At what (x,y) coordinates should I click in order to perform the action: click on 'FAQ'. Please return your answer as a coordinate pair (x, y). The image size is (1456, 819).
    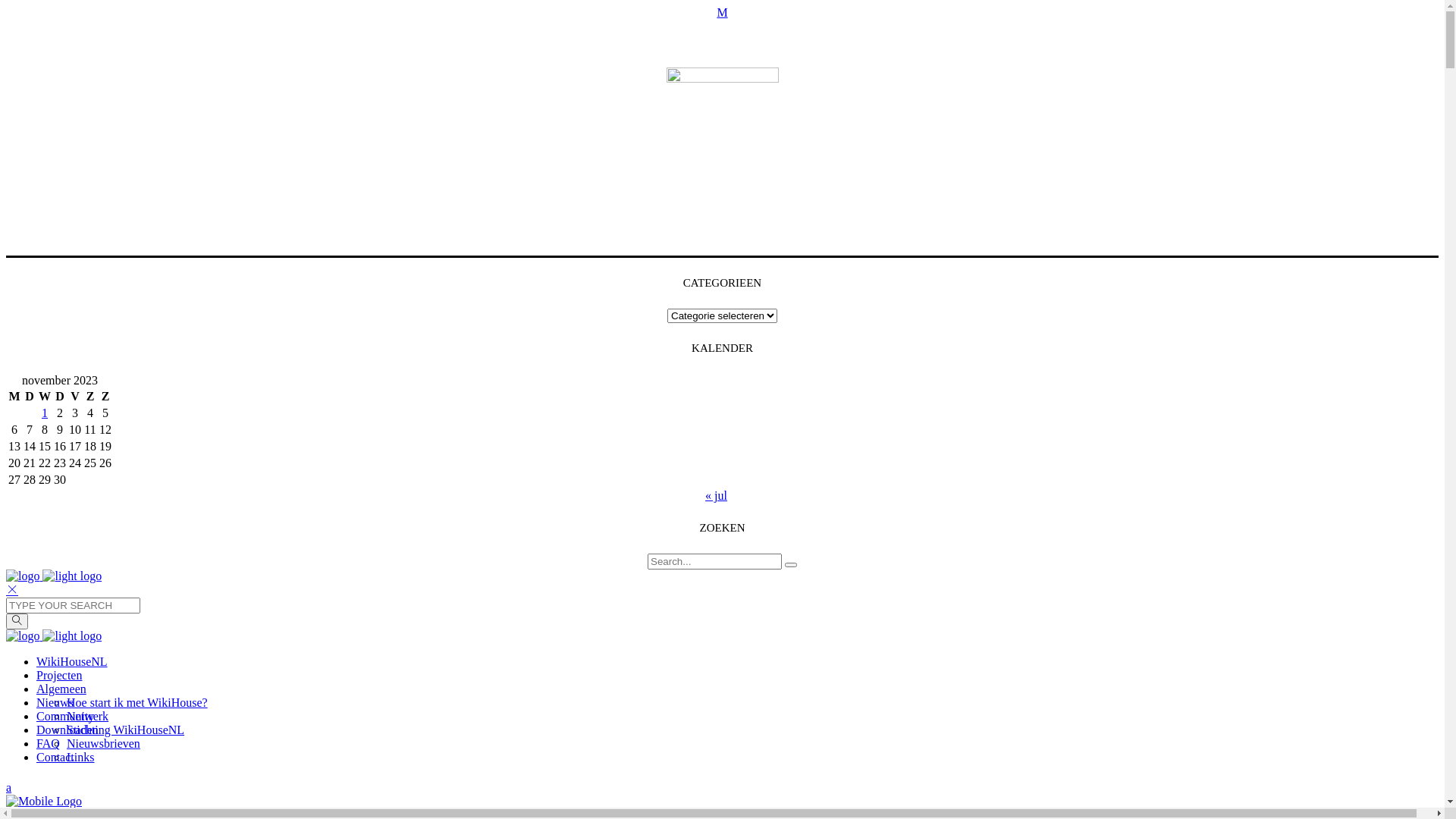
    Looking at the image, I should click on (48, 742).